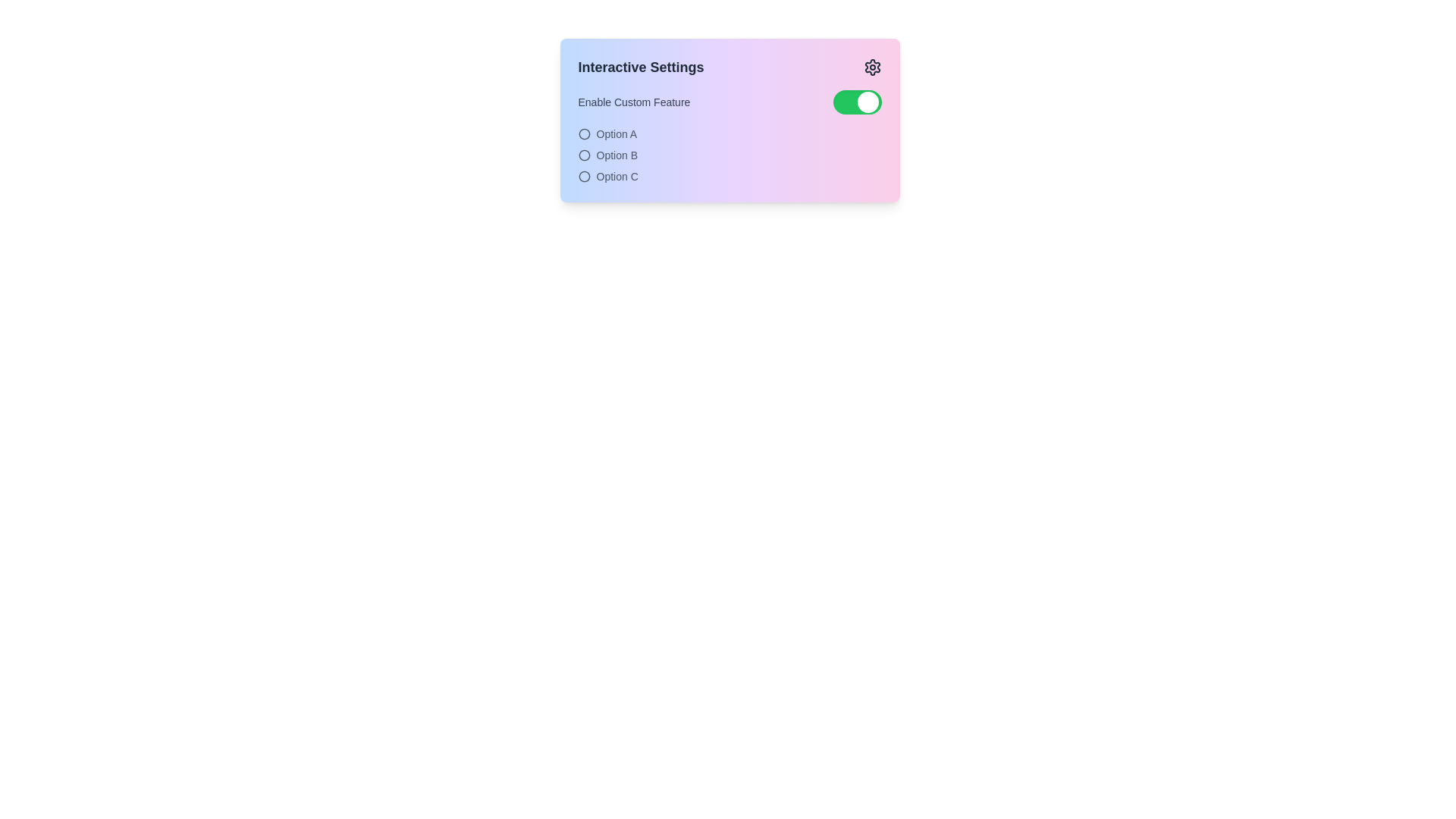 The width and height of the screenshot is (1456, 819). What do you see at coordinates (583, 133) in the screenshot?
I see `the radio button for 'Option A', which is an outlined circle with a thin gray border` at bounding box center [583, 133].